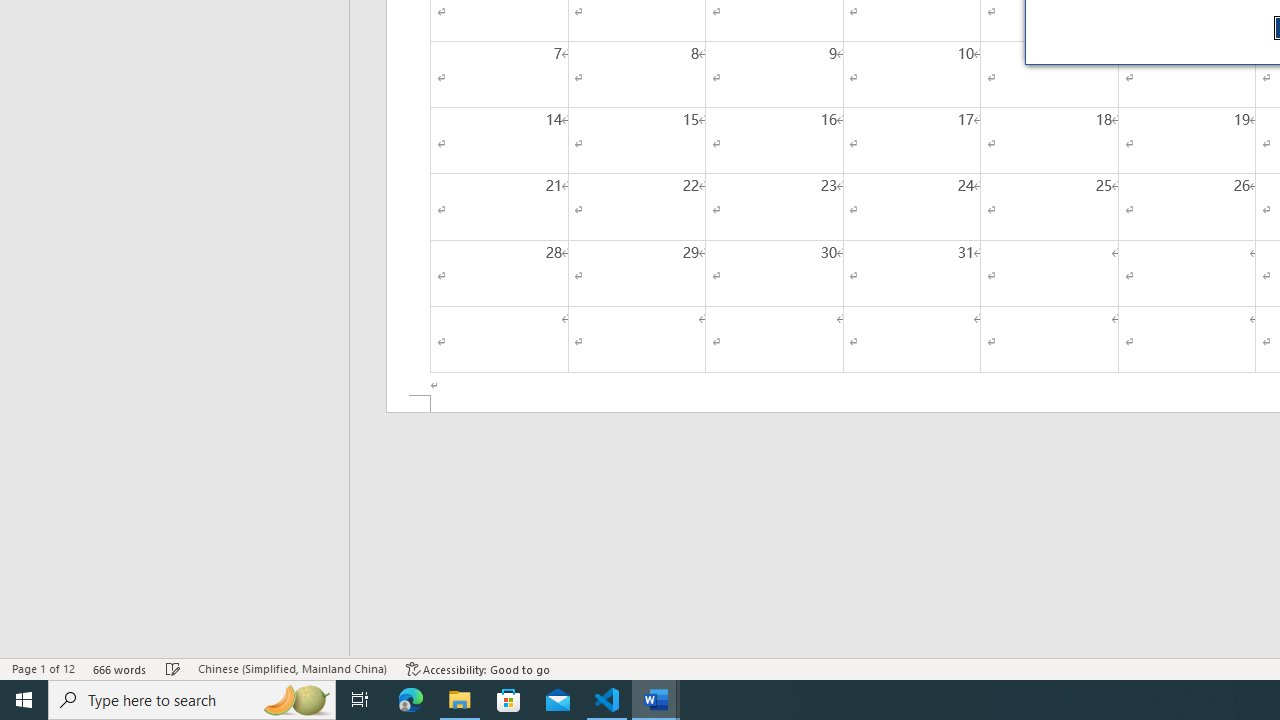 The width and height of the screenshot is (1280, 720). Describe the element at coordinates (173, 669) in the screenshot. I see `'Spelling and Grammar Check Checking'` at that location.